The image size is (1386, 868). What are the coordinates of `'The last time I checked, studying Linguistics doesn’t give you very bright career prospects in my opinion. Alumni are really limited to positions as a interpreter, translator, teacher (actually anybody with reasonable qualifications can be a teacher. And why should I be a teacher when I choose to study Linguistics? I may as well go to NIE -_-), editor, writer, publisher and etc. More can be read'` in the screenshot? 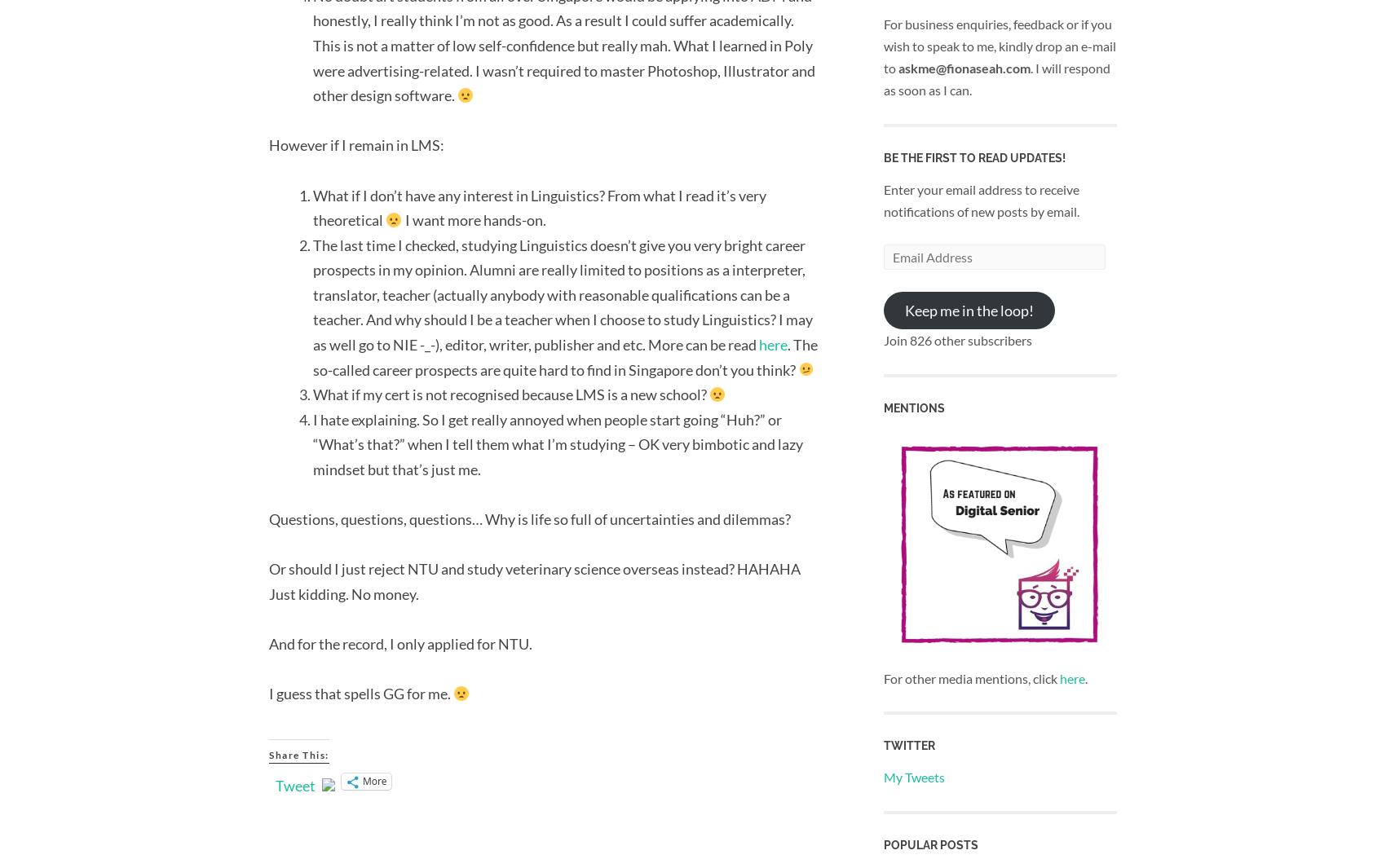 It's located at (563, 293).